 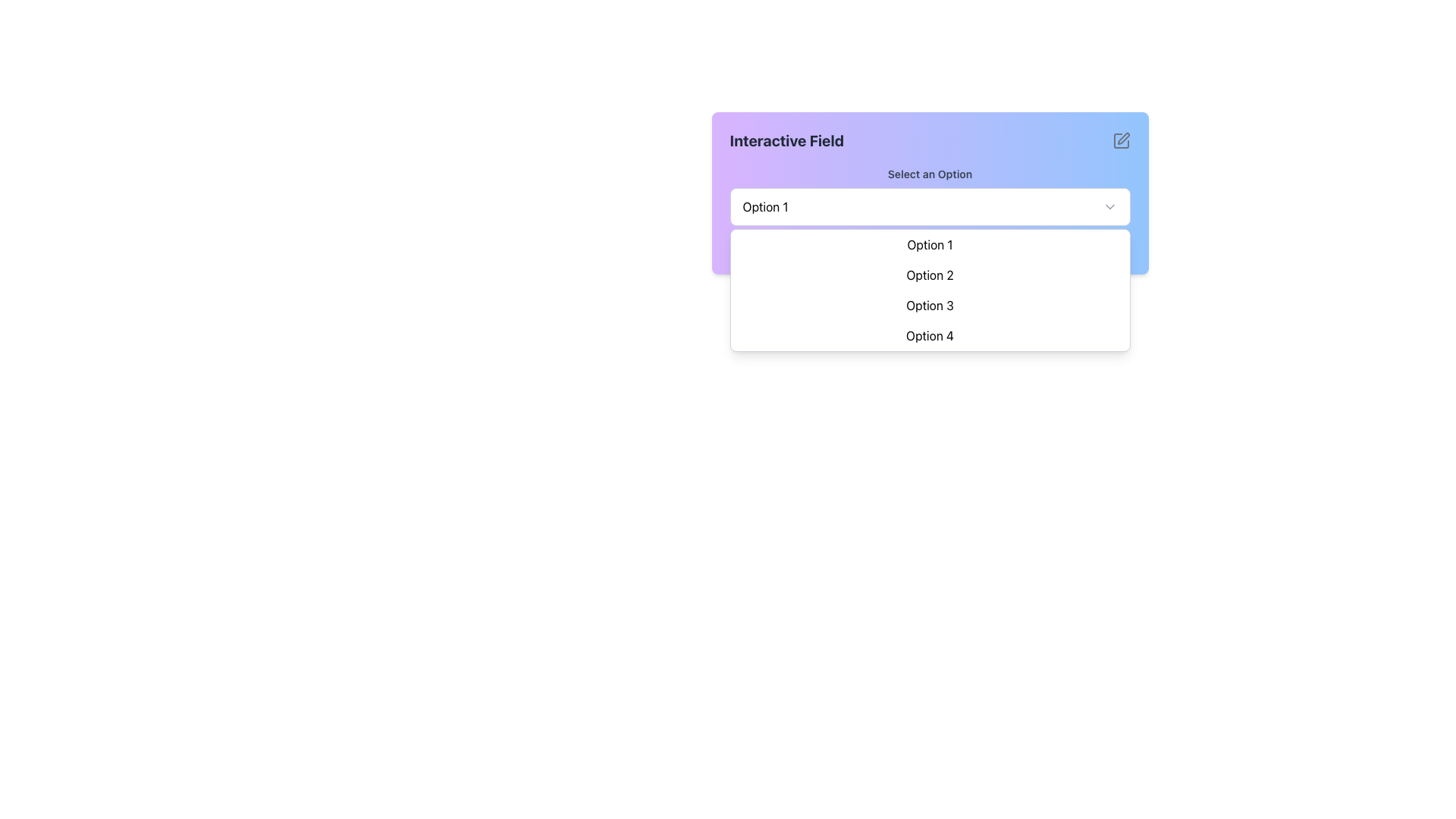 What do you see at coordinates (929, 247) in the screenshot?
I see `the displayed text in the Text Label that shows the currently chosen option from the dropdown menu located at the bottom of the card interface` at bounding box center [929, 247].